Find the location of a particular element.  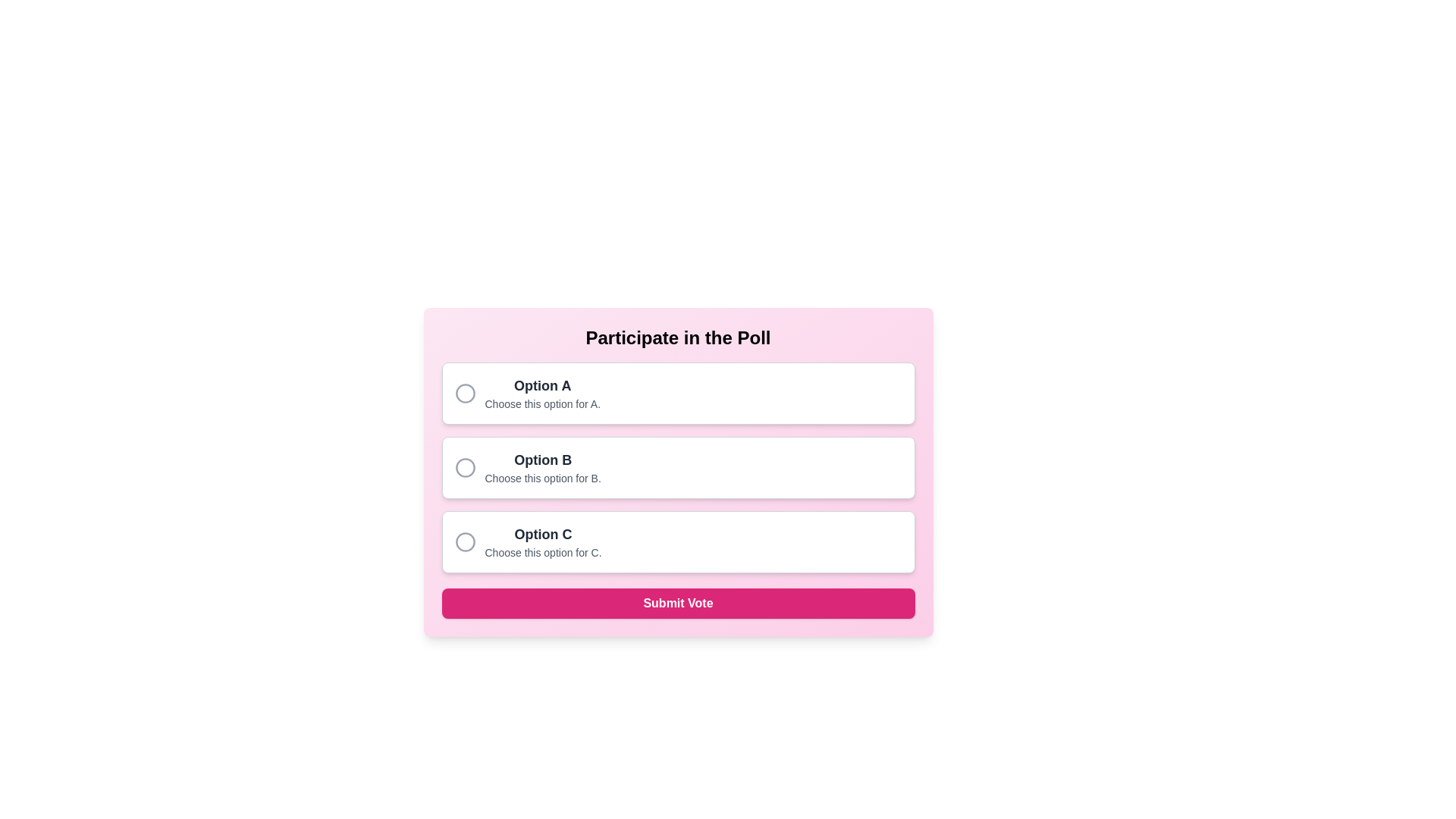

the radio button for Option C, which is a circular outline located to the left of the text 'Option C' in the poll options is located at coordinates (464, 541).